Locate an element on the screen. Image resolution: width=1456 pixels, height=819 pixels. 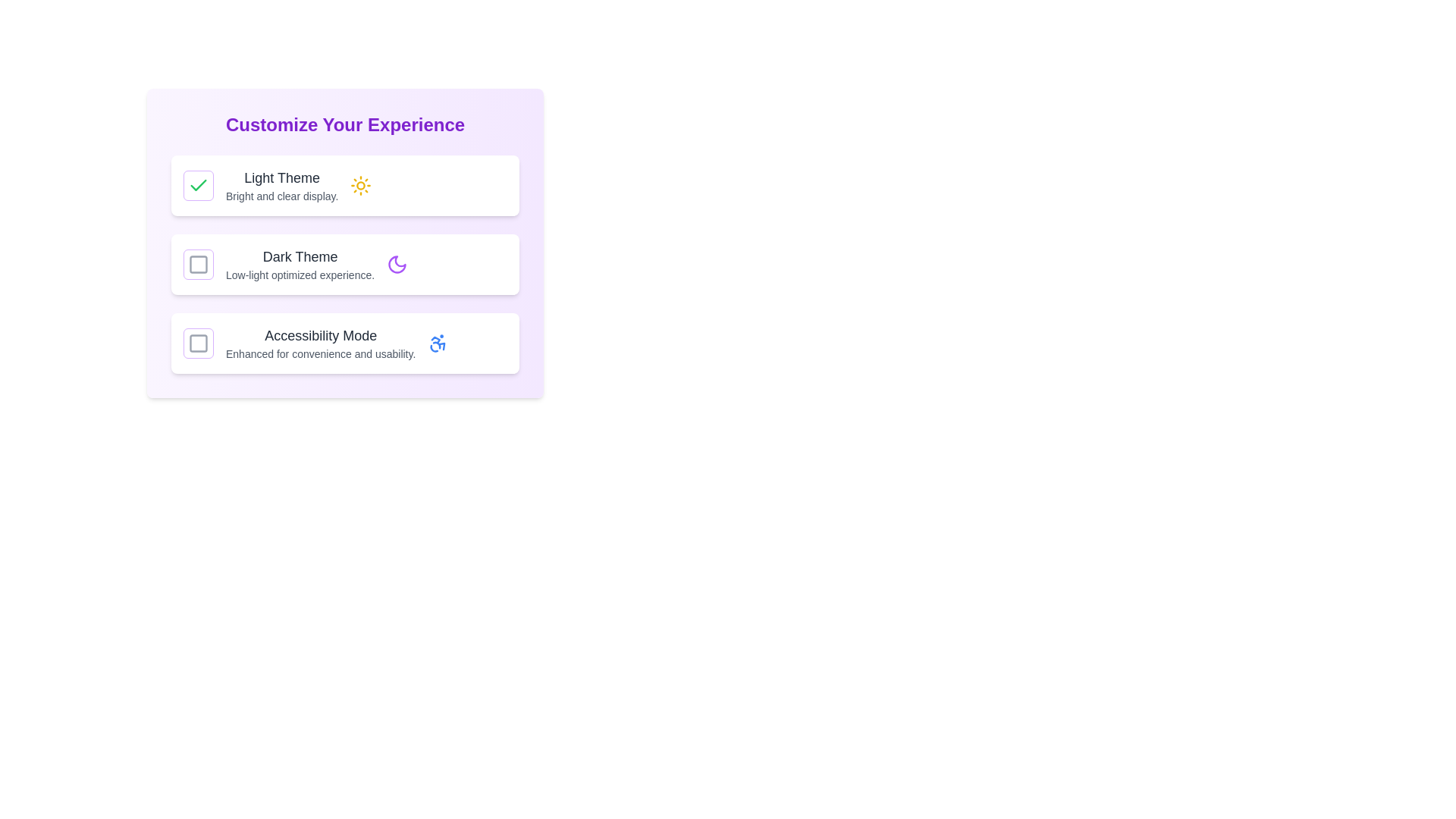
the third selectable option for Accessibility Mode in the vertically stacked list is located at coordinates (344, 343).